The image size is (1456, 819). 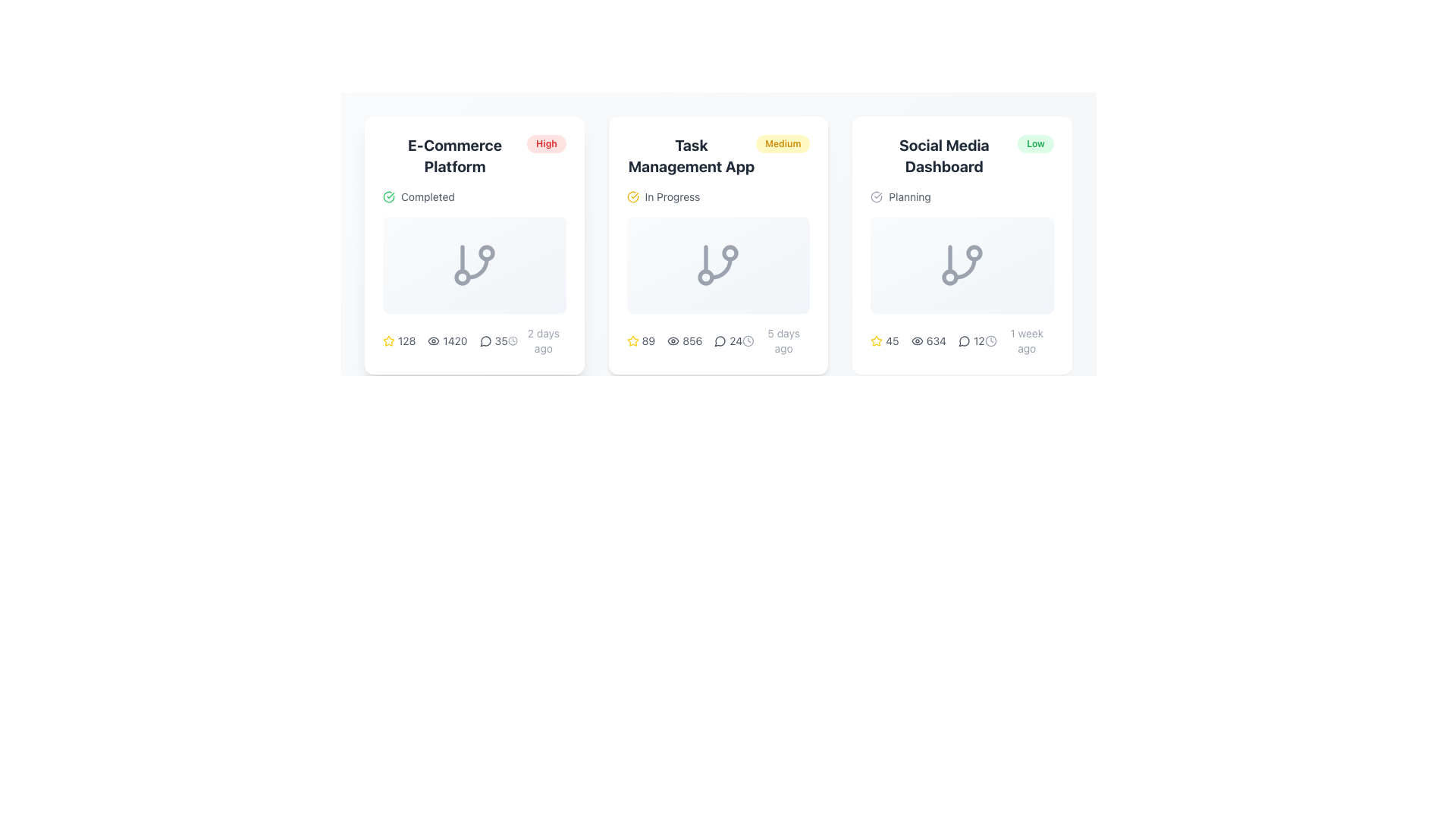 I want to click on the informational text label displaying the time elapsed since the last update on the 'Social Media Dashboard', located at the far-right side of the card, so click(x=1027, y=341).